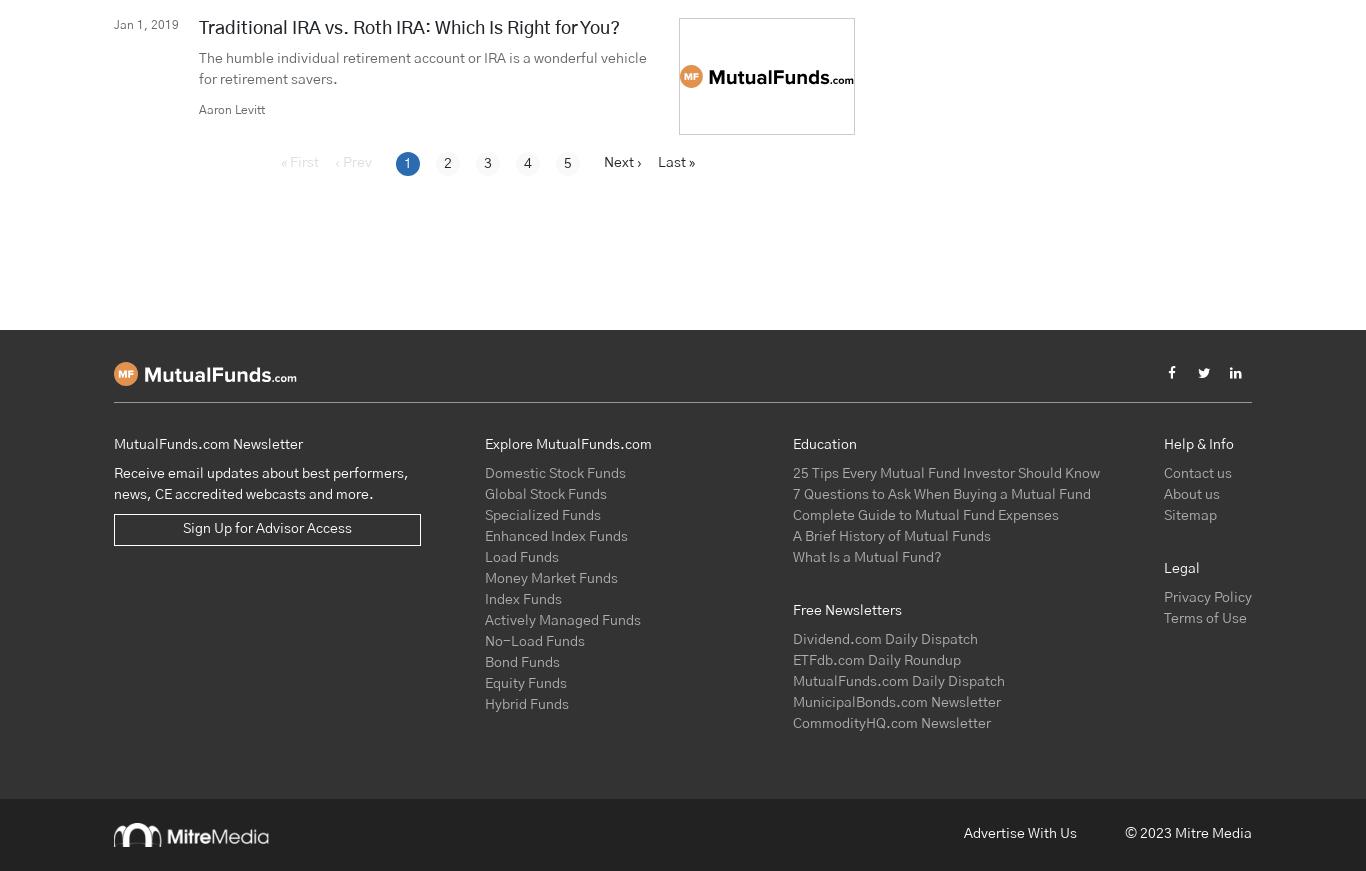 This screenshot has width=1366, height=871. I want to click on 'Traditional IRA vs. Roth IRA: Which Is Right for You?', so click(408, 26).